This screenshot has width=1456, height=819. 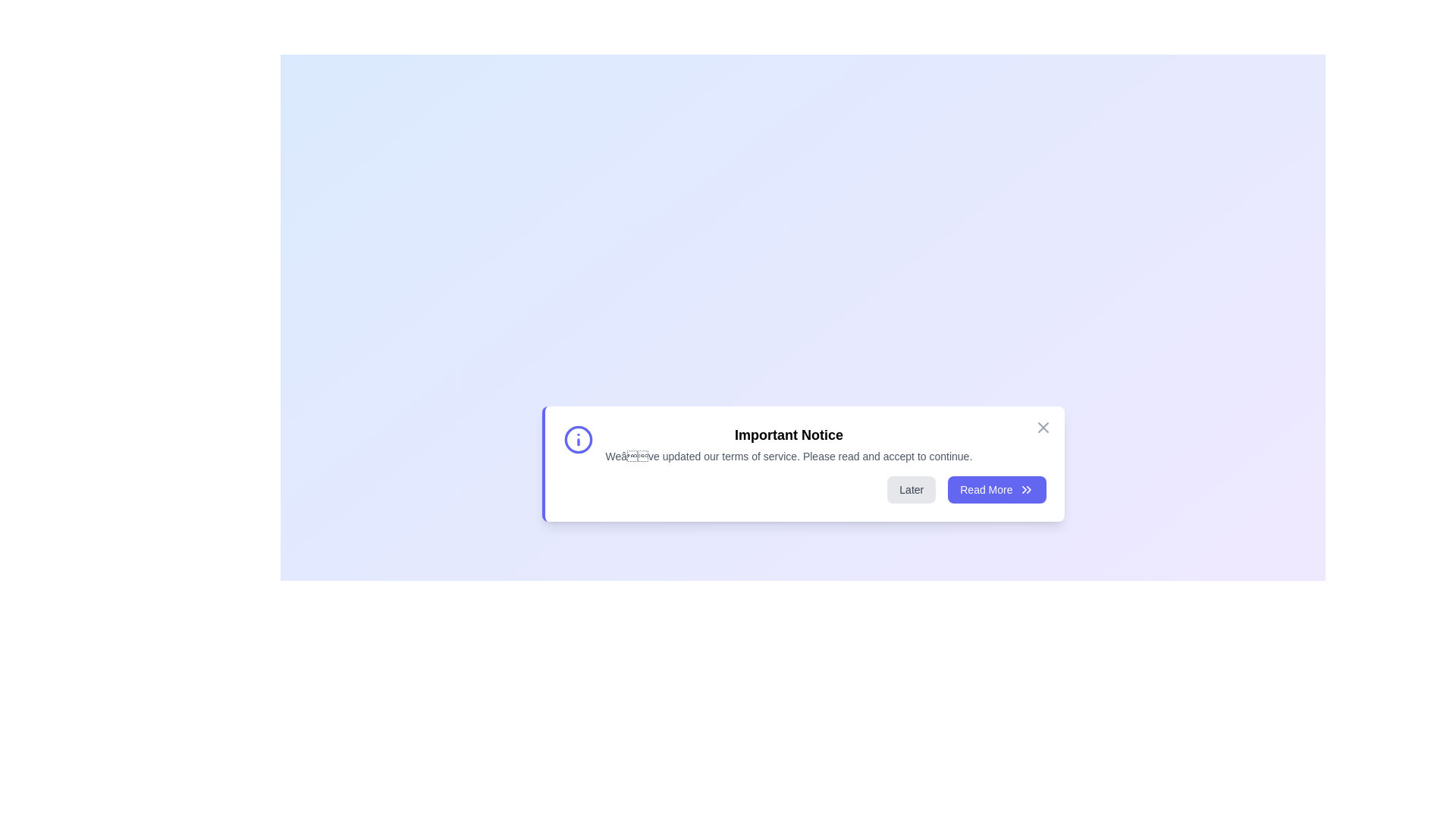 What do you see at coordinates (996, 489) in the screenshot?
I see `'Read More' button to view additional details` at bounding box center [996, 489].